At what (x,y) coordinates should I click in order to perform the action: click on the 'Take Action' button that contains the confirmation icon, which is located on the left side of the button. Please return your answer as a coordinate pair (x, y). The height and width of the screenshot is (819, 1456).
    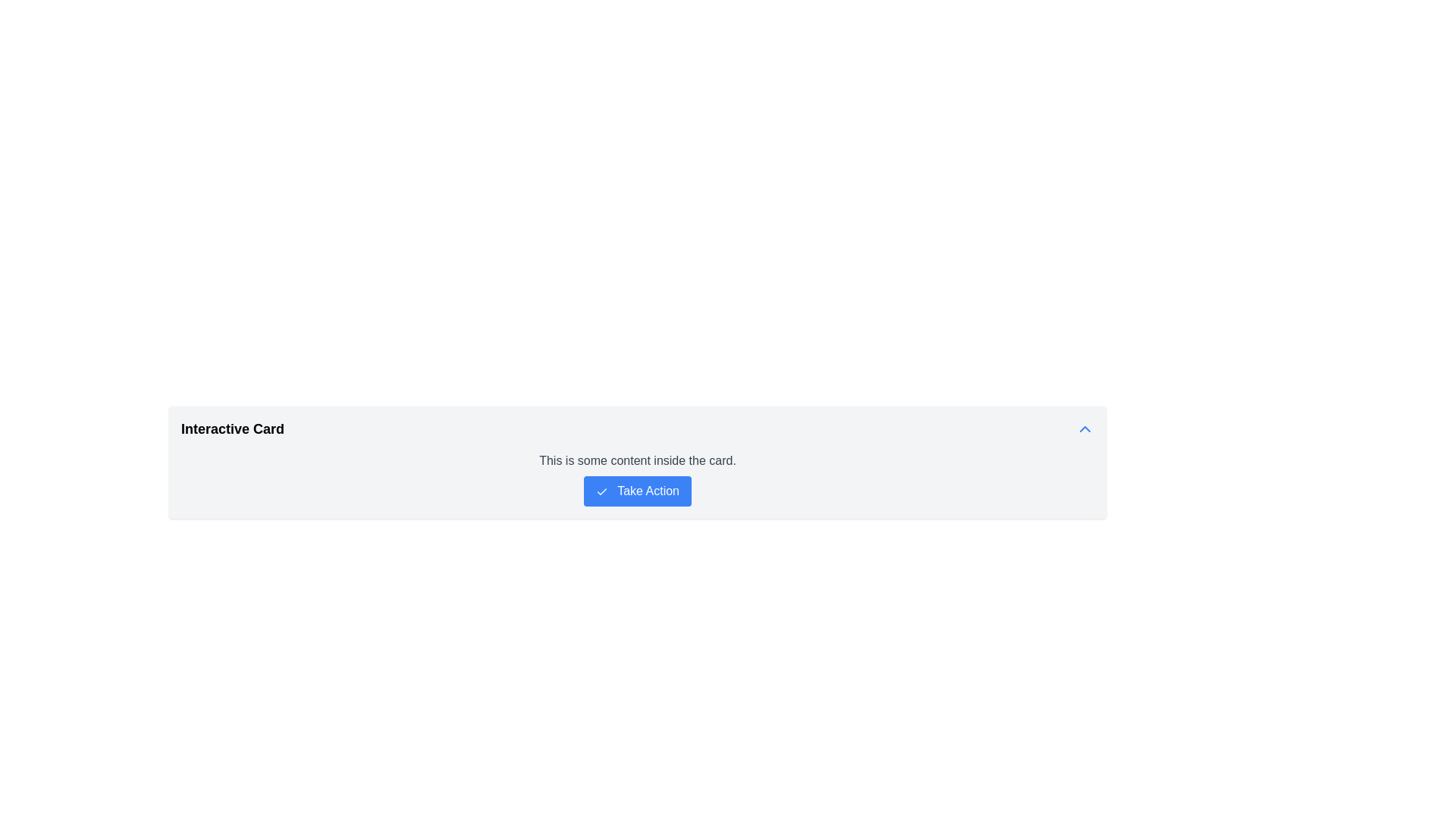
    Looking at the image, I should click on (601, 491).